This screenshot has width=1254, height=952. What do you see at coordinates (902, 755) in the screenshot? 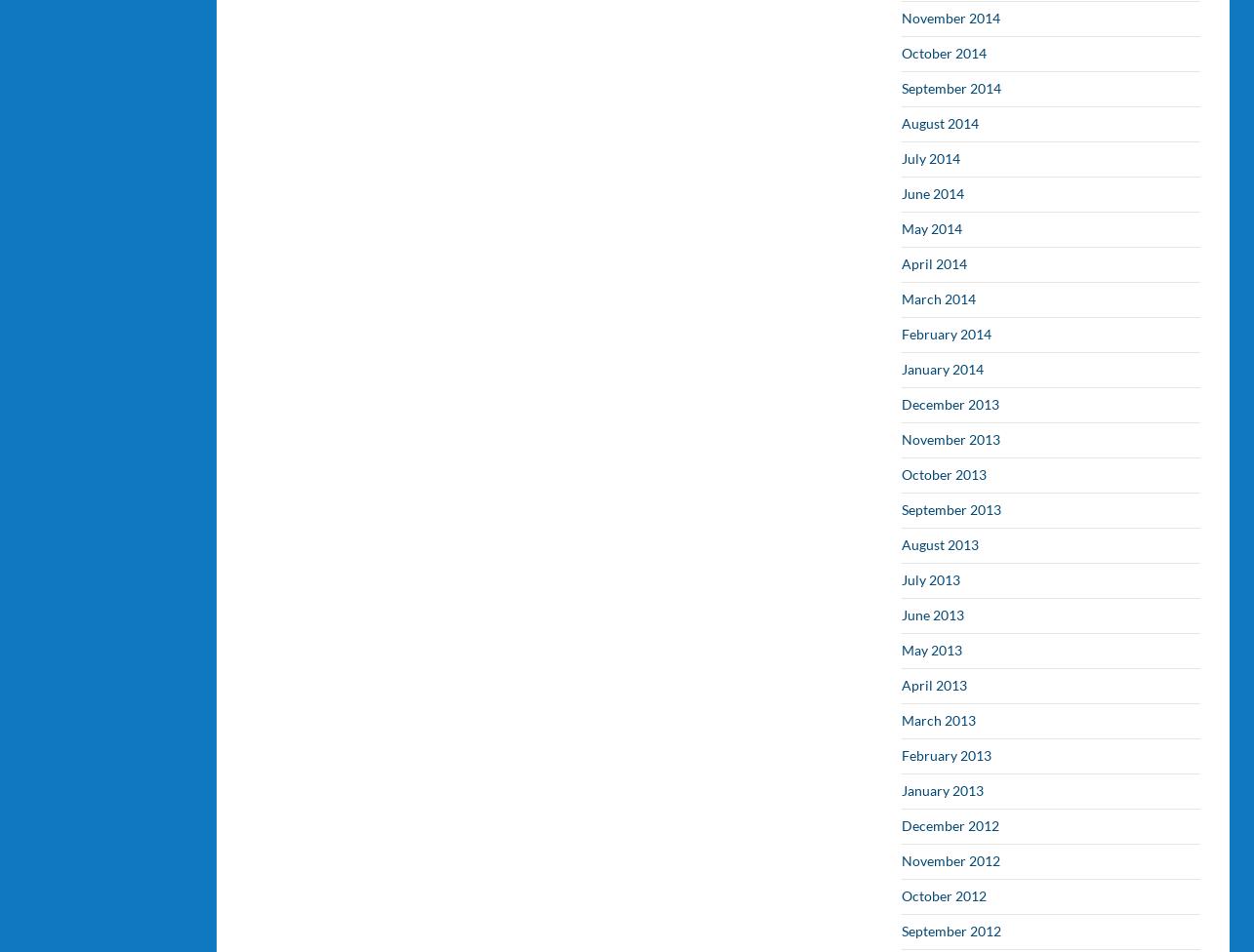
I see `'February 2013'` at bounding box center [902, 755].